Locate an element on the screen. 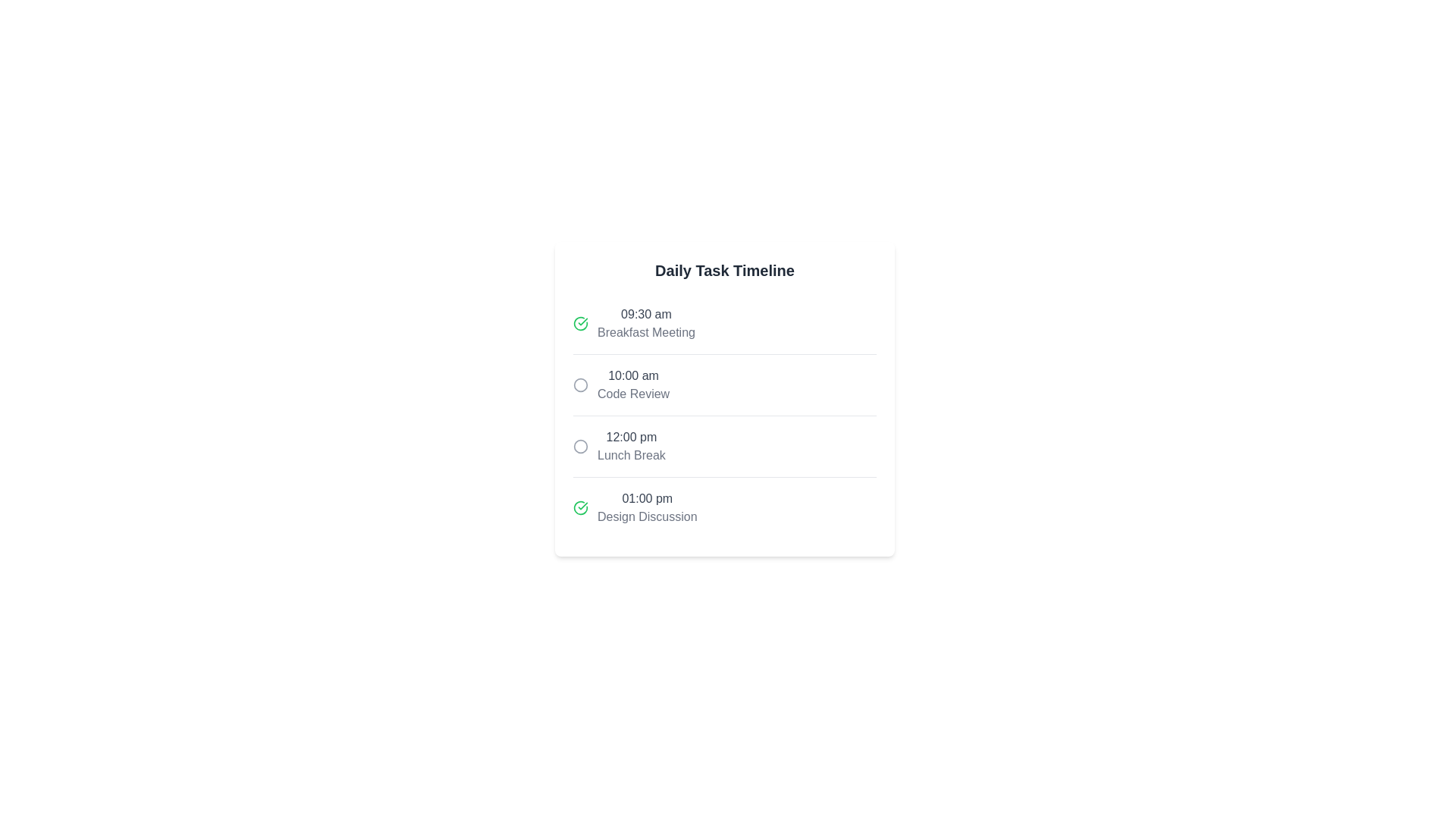  the SVG element that represents the circular outline indicating the status of '10:00 am Code Review' in the timeline interface is located at coordinates (580, 446).